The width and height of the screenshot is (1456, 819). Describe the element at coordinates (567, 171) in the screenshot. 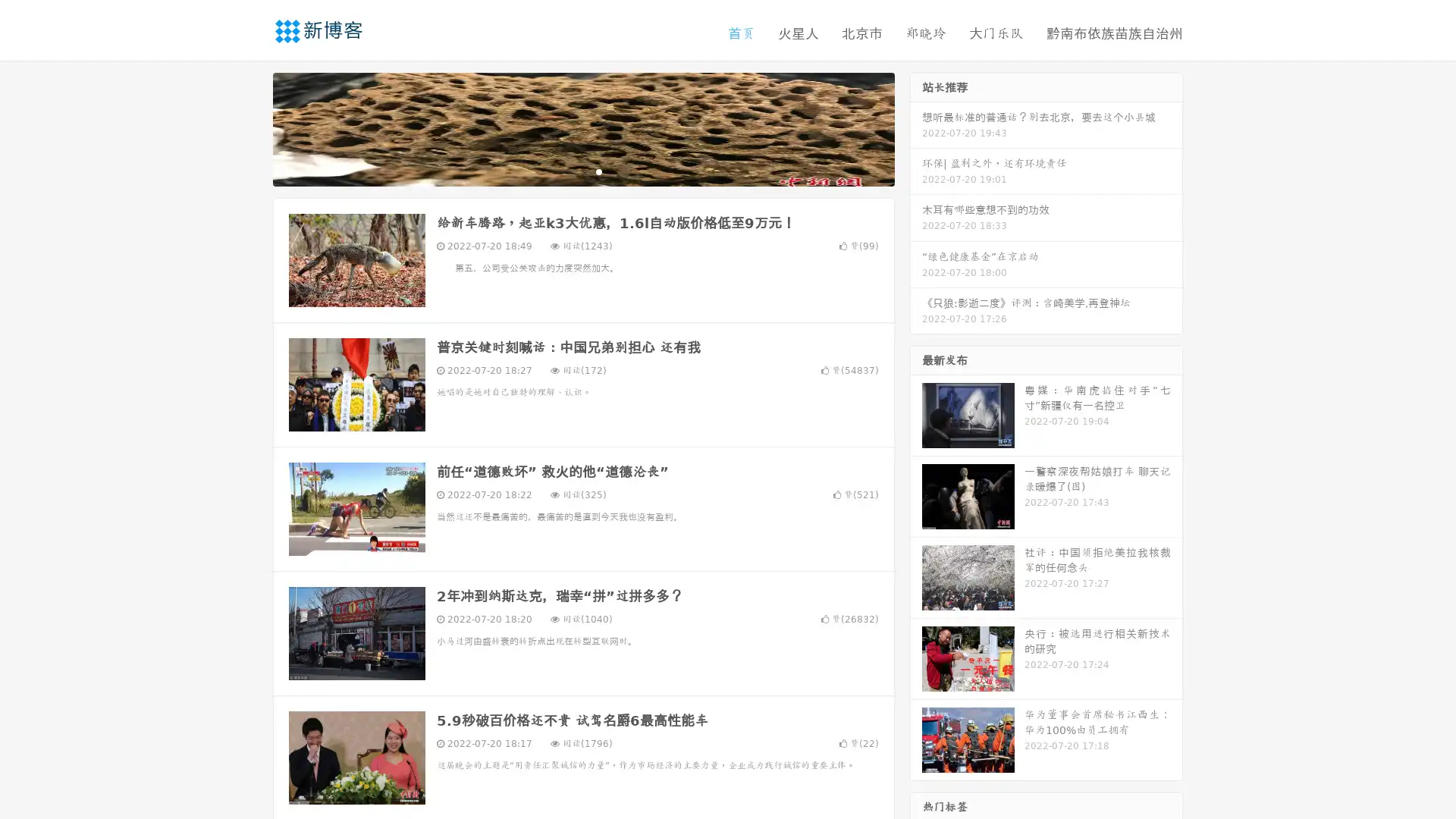

I see `Go to slide 1` at that location.